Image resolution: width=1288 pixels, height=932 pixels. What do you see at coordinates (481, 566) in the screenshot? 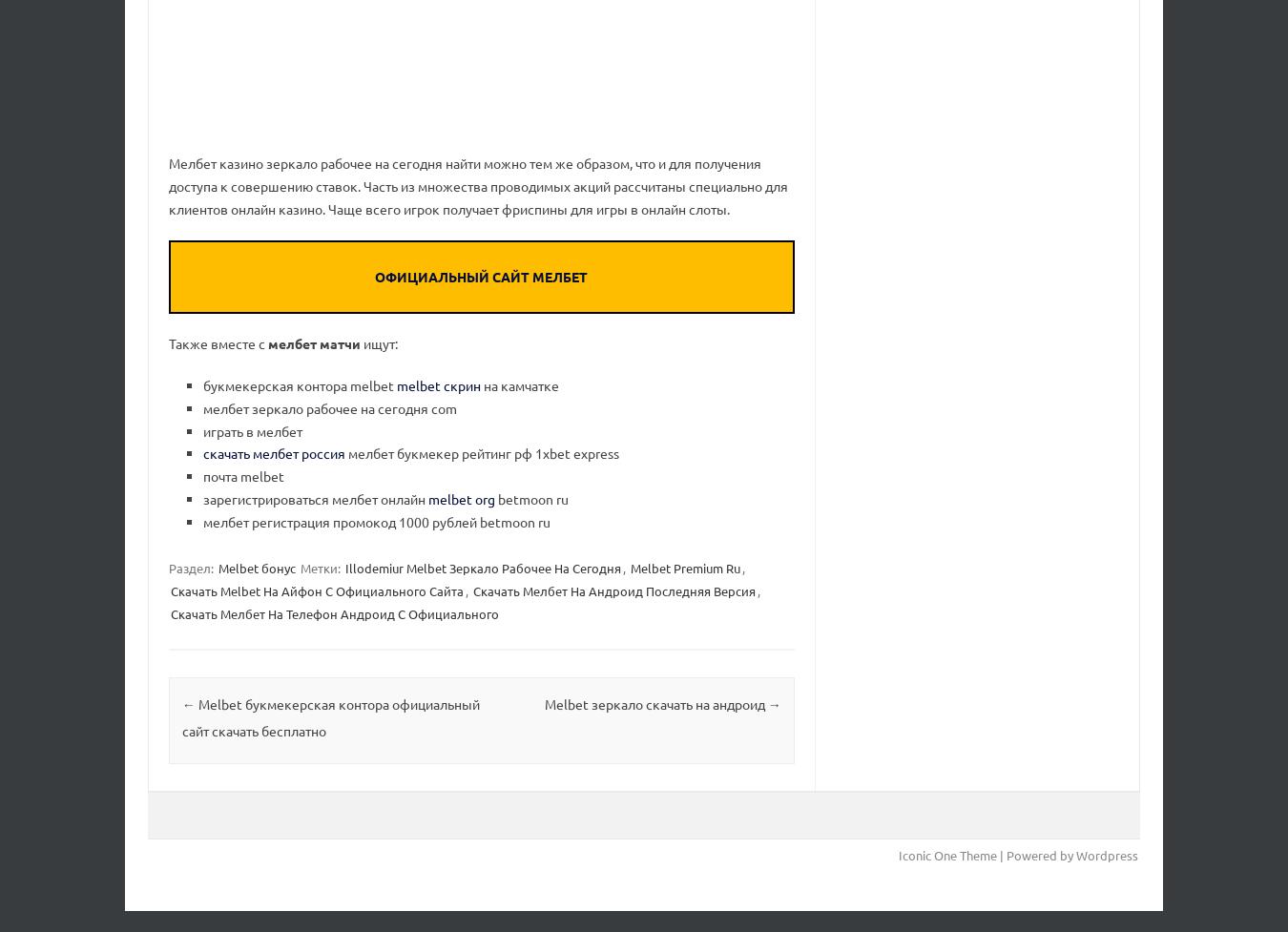
I see `'Illodemiur Melbet Зеркало Рабочее На Сегодня'` at bounding box center [481, 566].